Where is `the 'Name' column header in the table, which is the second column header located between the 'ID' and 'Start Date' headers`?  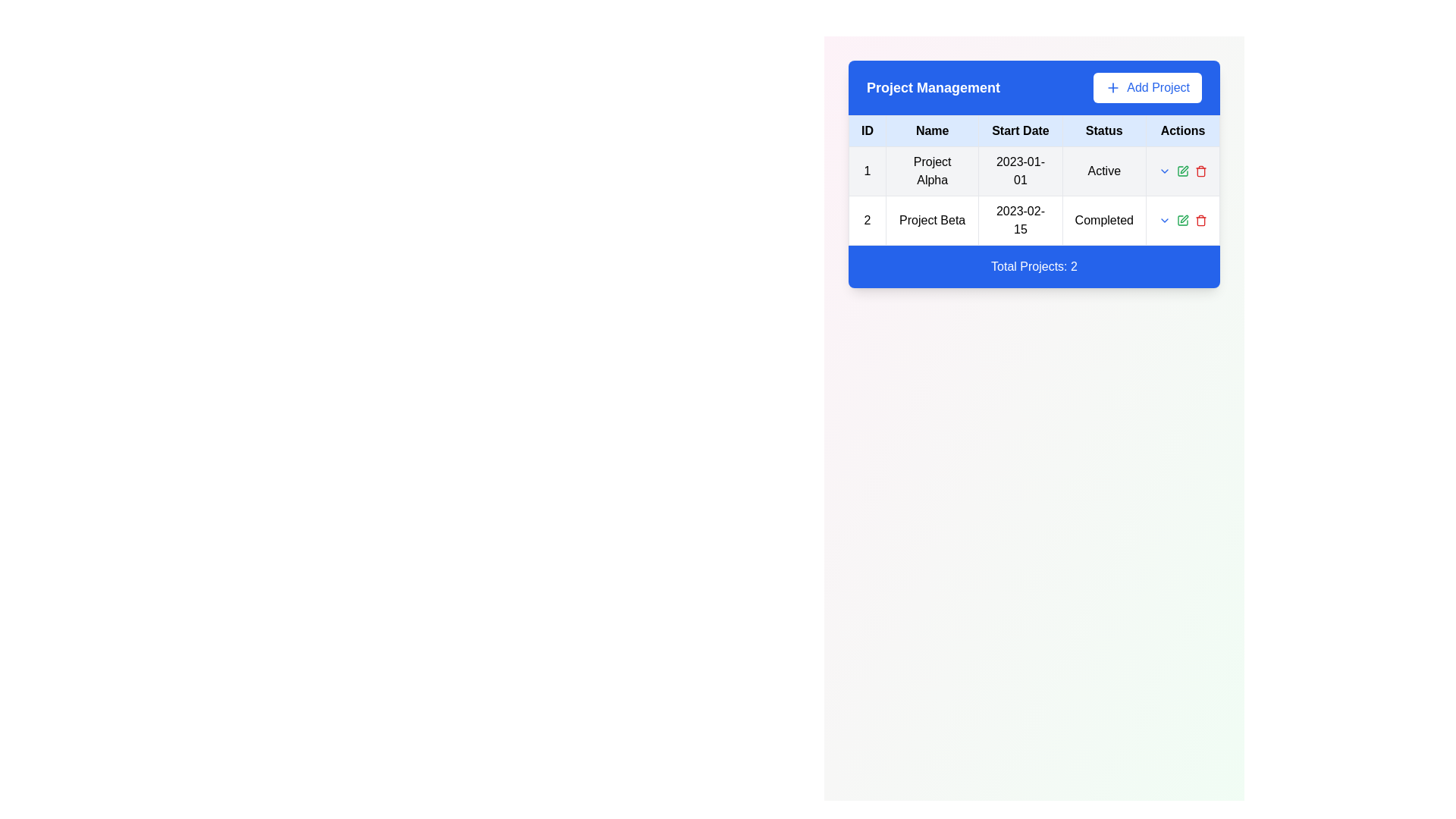 the 'Name' column header in the table, which is the second column header located between the 'ID' and 'Start Date' headers is located at coordinates (931, 130).